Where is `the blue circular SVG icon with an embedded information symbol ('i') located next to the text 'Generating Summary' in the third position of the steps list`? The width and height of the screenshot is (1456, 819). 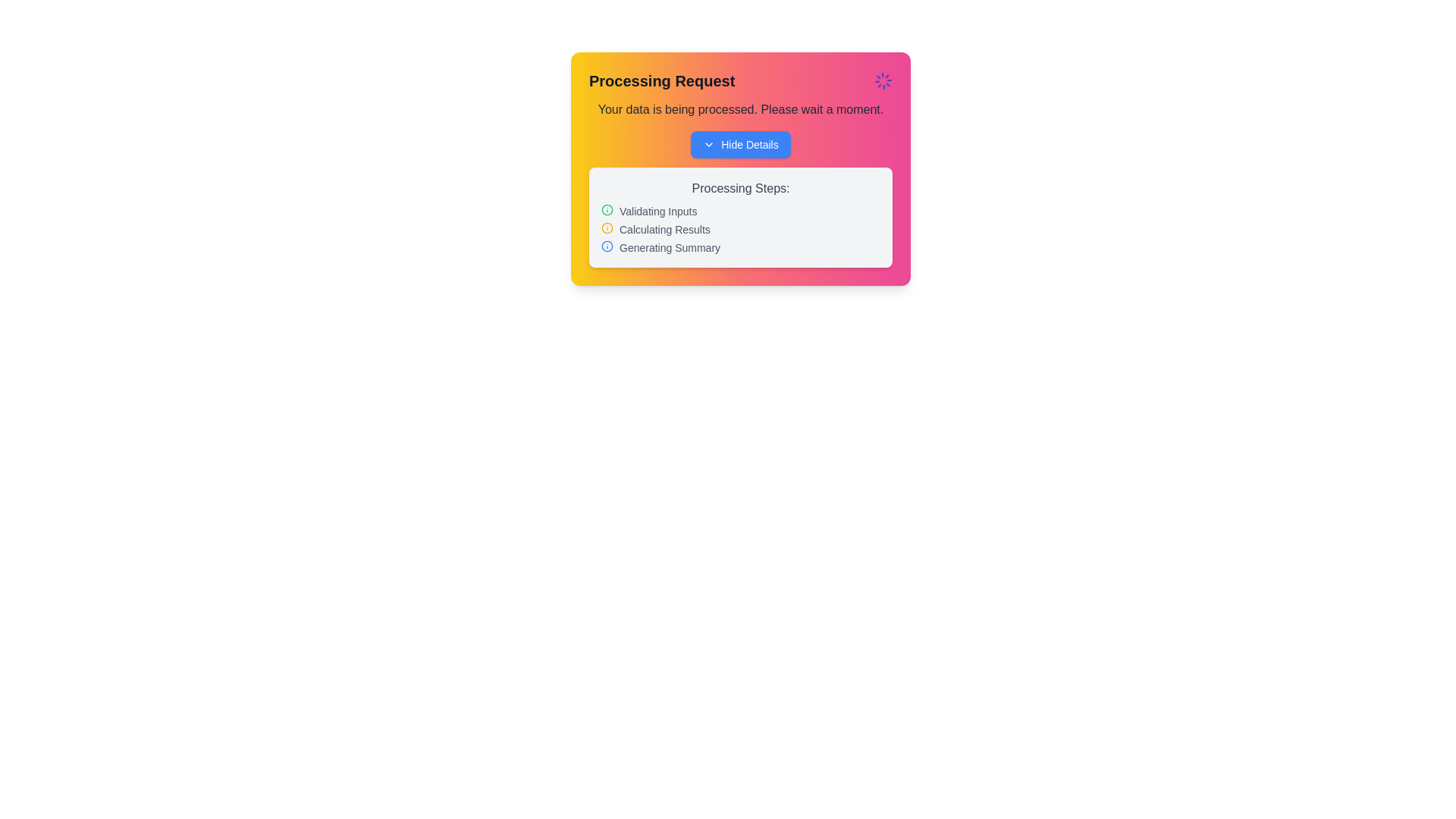
the blue circular SVG icon with an embedded information symbol ('i') located next to the text 'Generating Summary' in the third position of the steps list is located at coordinates (607, 245).